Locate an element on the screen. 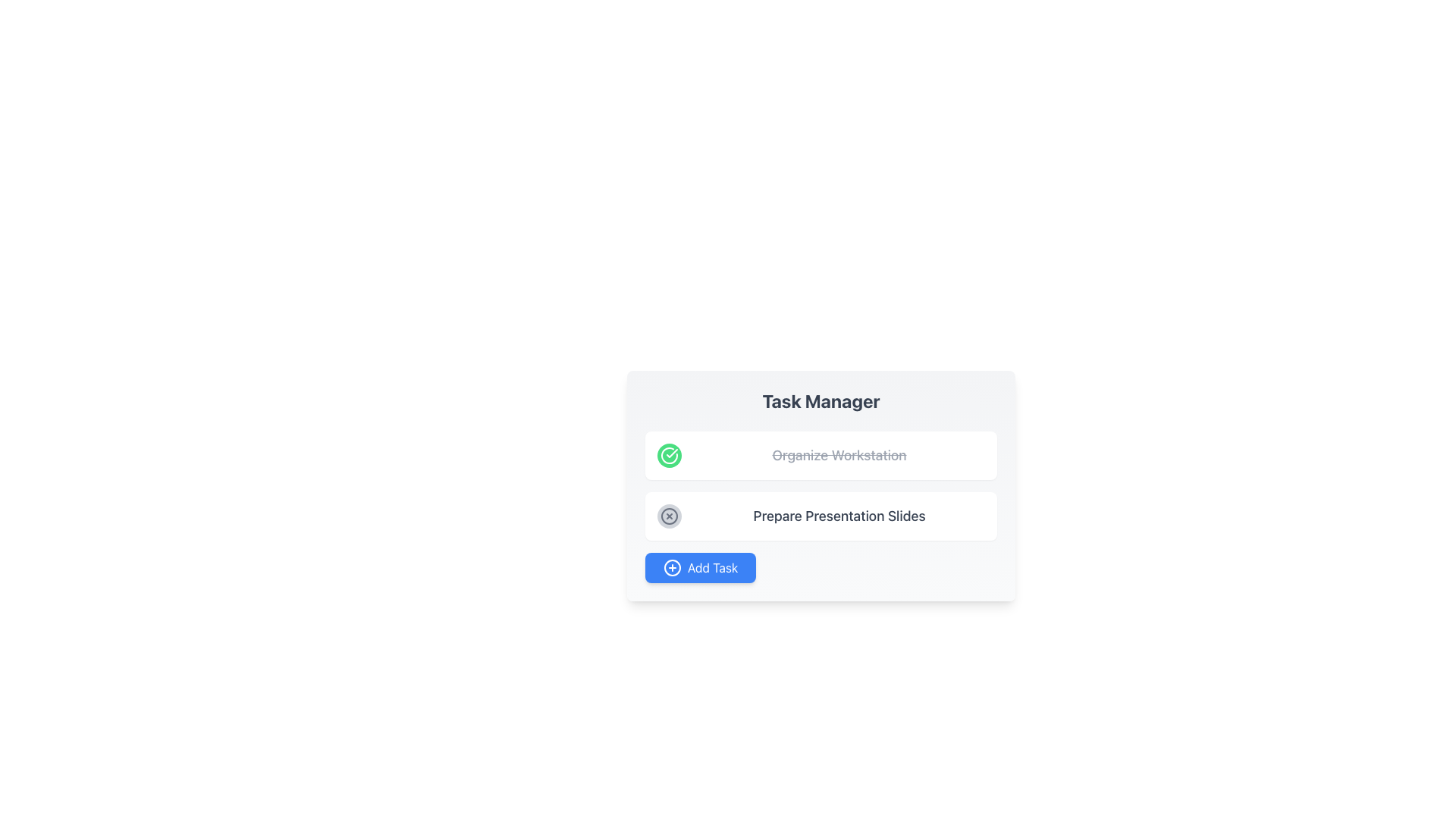  the checkmark icon within the circle on the left side of the first task entry labeled 'Organize Workstation' to interact with it is located at coordinates (671, 452).